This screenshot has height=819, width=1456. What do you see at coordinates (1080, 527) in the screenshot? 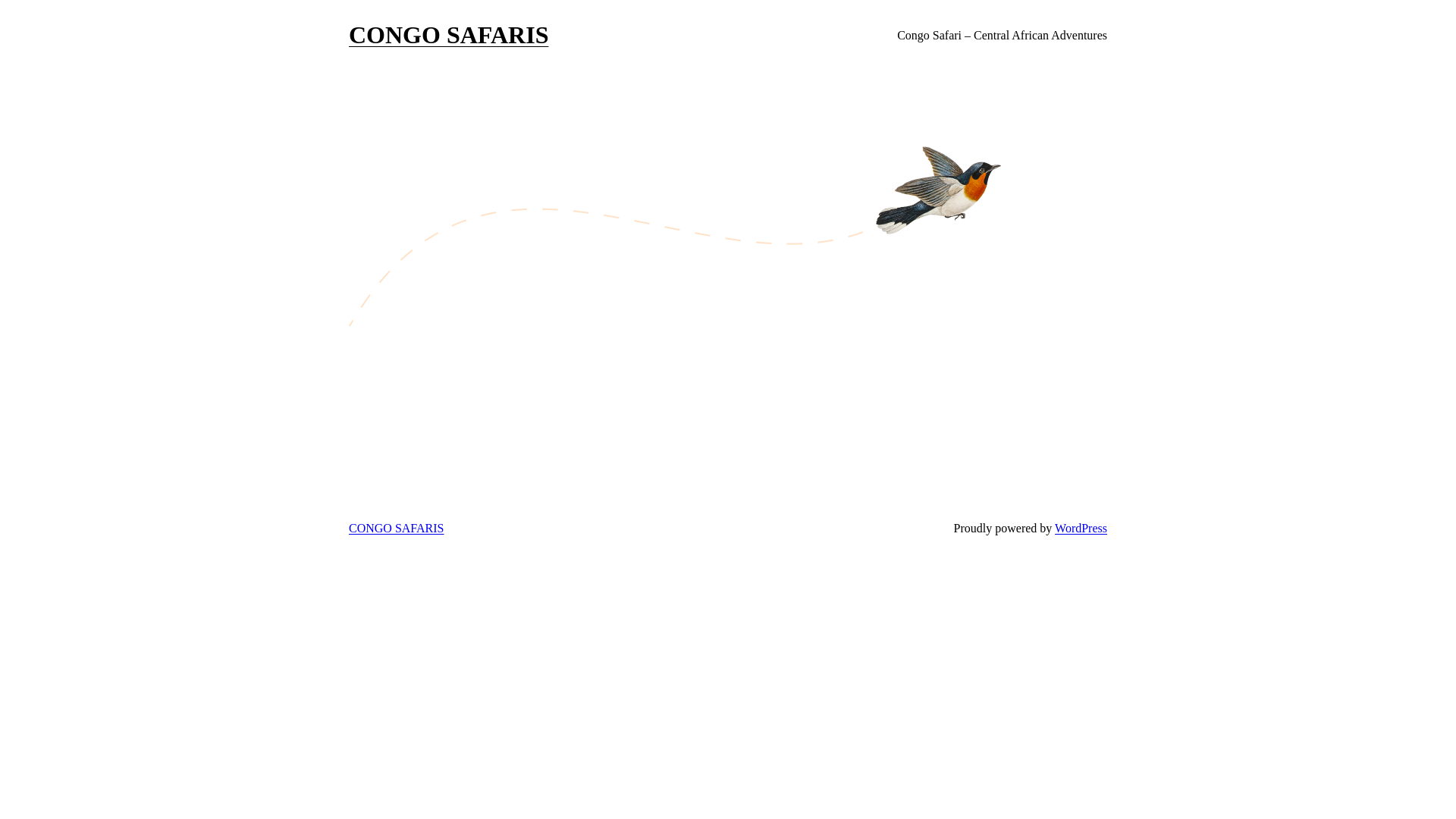
I see `'WordPress'` at bounding box center [1080, 527].